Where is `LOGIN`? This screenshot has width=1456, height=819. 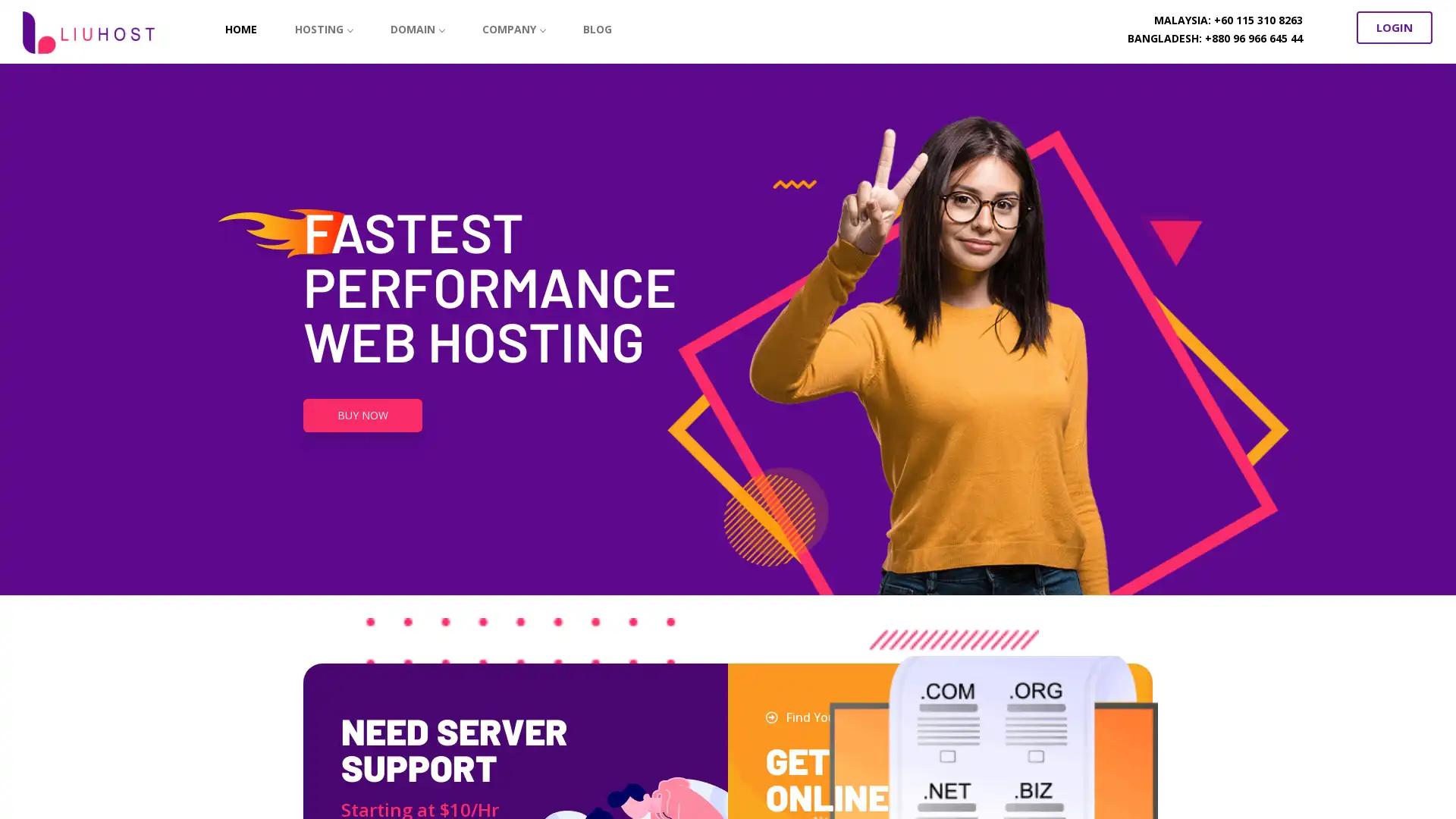 LOGIN is located at coordinates (1394, 27).